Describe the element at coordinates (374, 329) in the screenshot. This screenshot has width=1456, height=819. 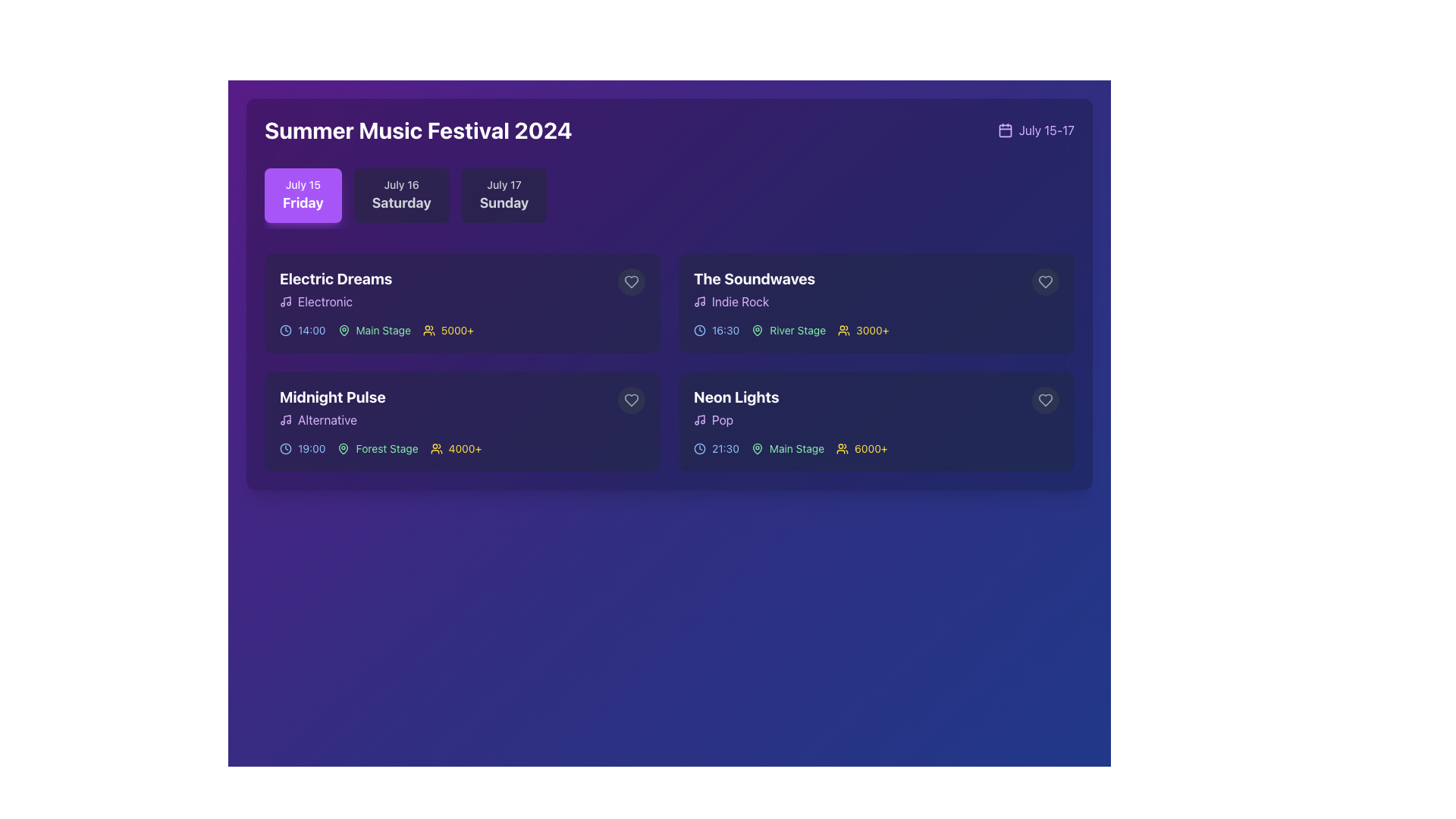
I see `'Main Stage' text label with a green map pin icon located in the 'Electric Dreams' event card under the 'Friday' tab, positioned between the event time and audience count` at that location.